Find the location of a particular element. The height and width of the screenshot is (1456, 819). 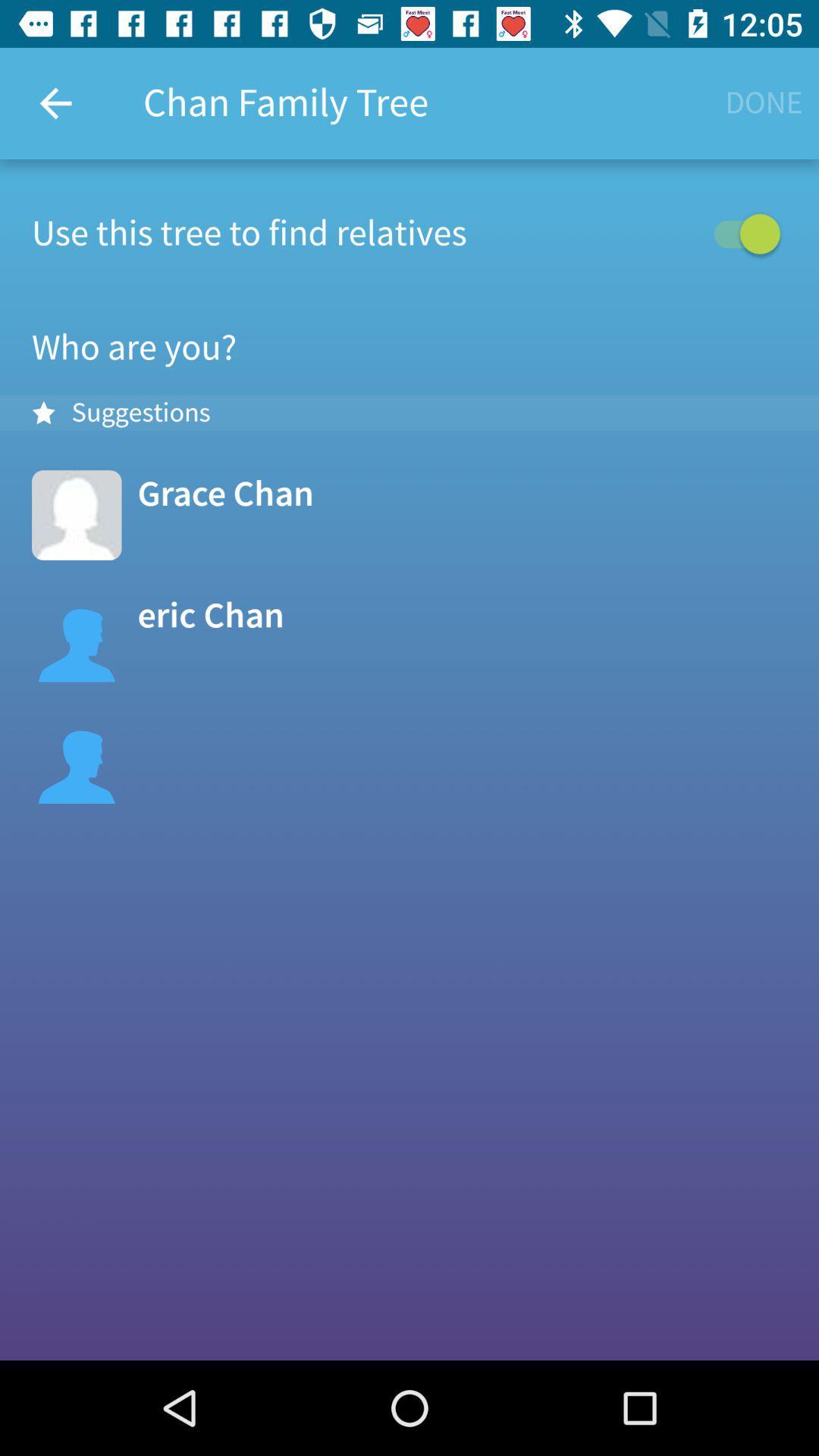

use this tree to find relatives is located at coordinates (409, 233).